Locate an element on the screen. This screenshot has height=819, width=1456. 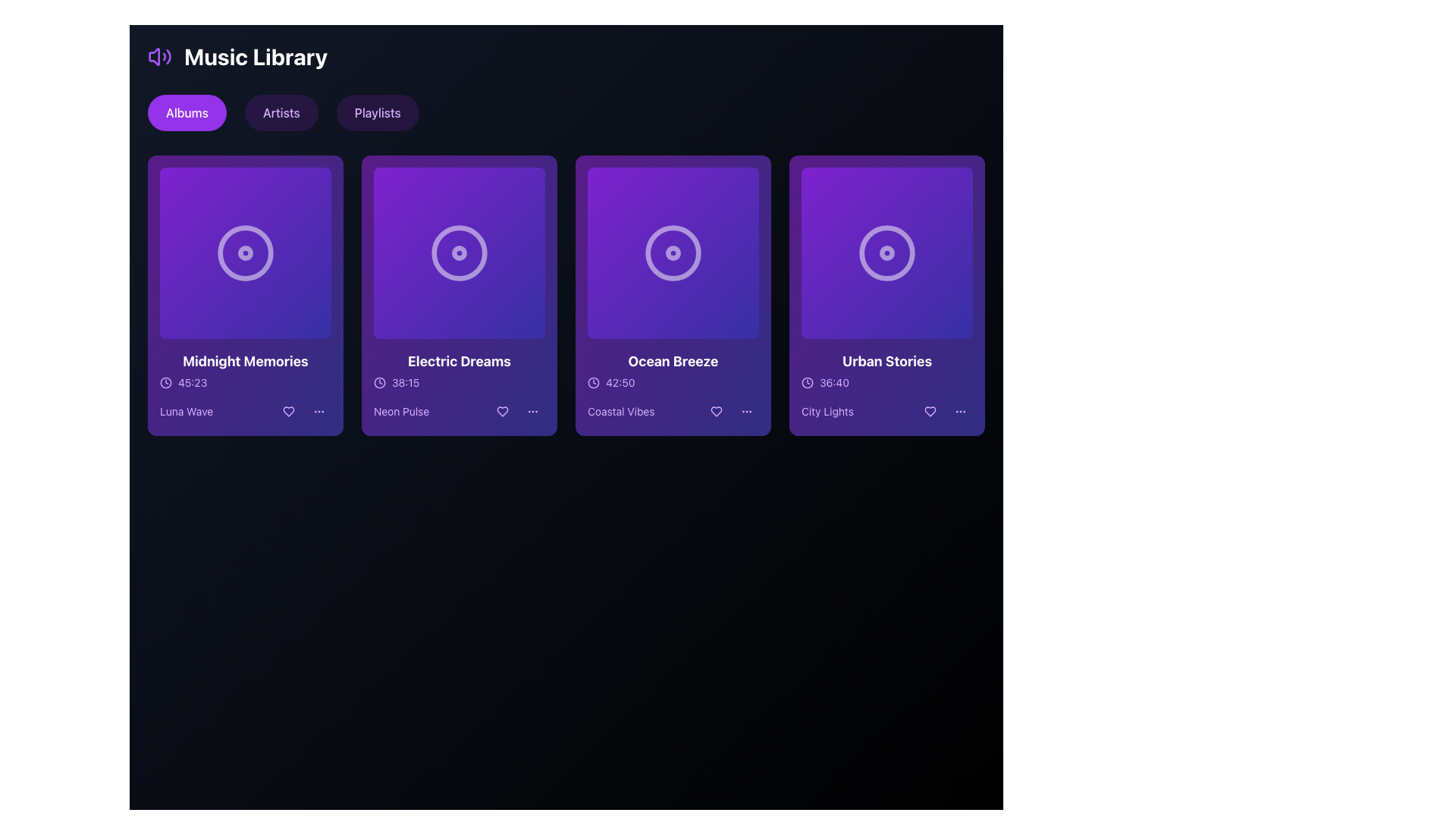
the 'Artists' button, which is a horizontally rounded rectangle with a purple background, located between the 'Albums' and 'Playlists' buttons in the Music Library interface is located at coordinates (281, 112).